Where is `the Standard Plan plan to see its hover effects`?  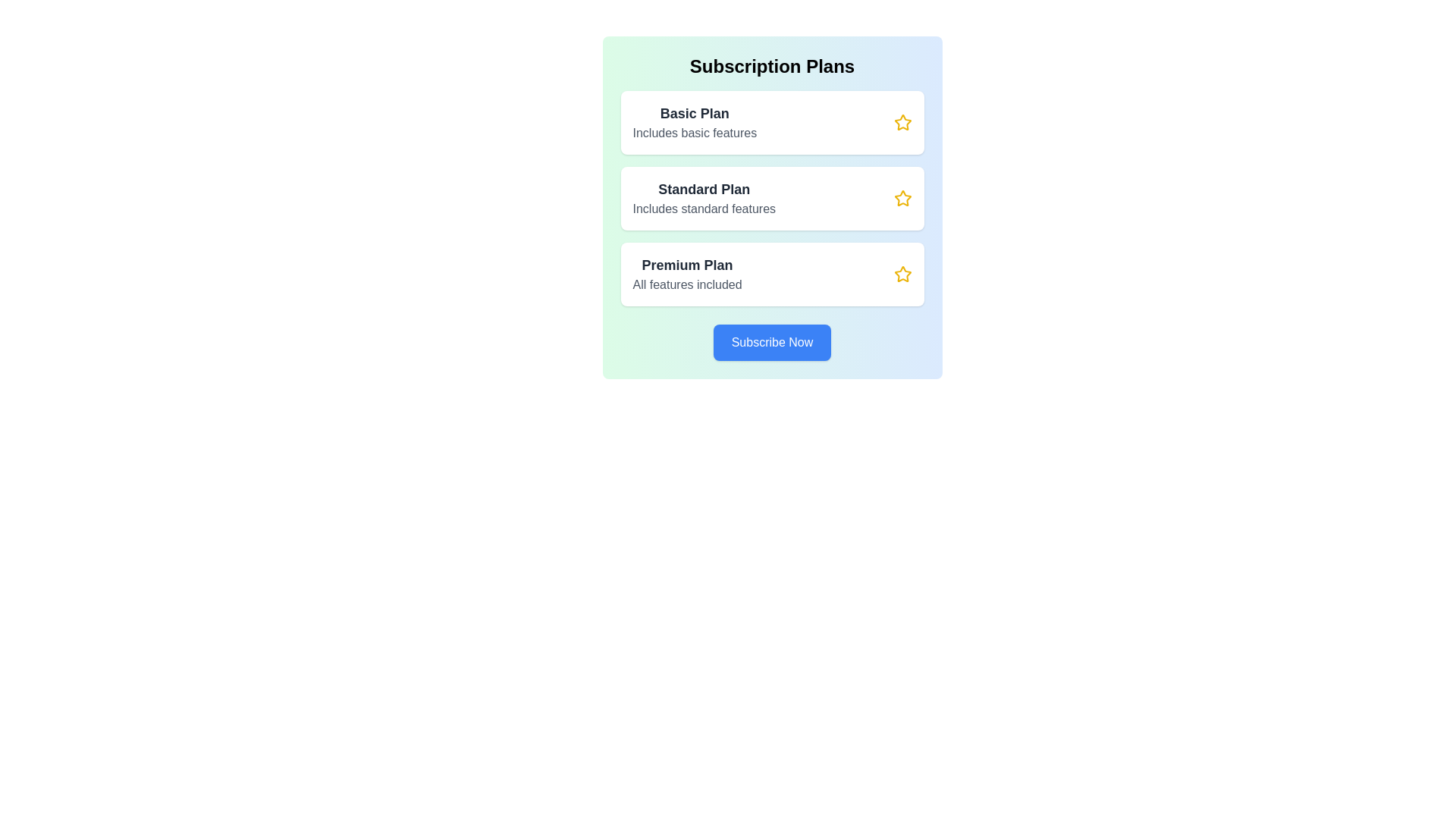
the Standard Plan plan to see its hover effects is located at coordinates (772, 198).